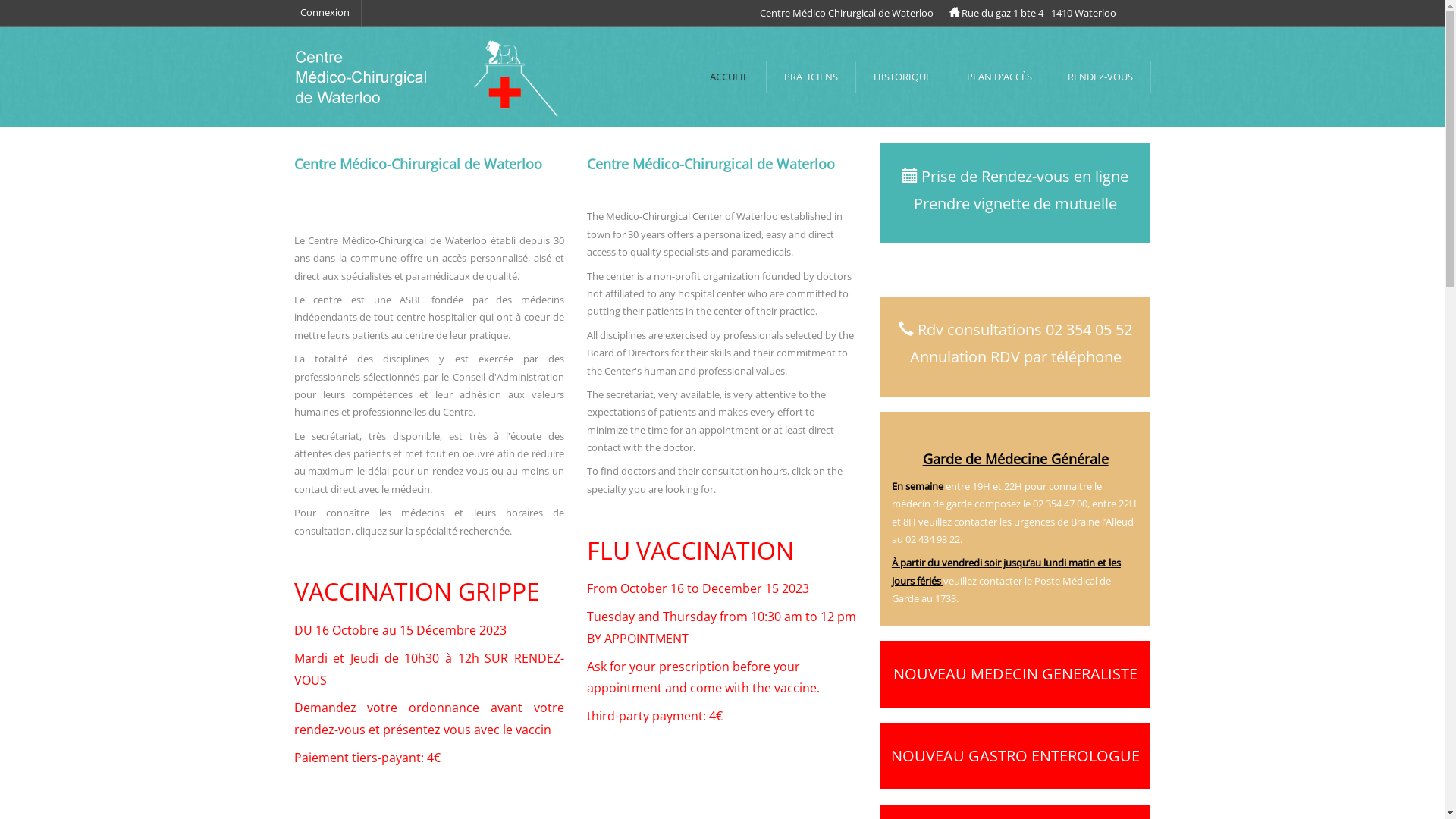 Image resolution: width=1456 pixels, height=819 pixels. I want to click on 'Prise de Rendez-vous en ligne', so click(920, 175).